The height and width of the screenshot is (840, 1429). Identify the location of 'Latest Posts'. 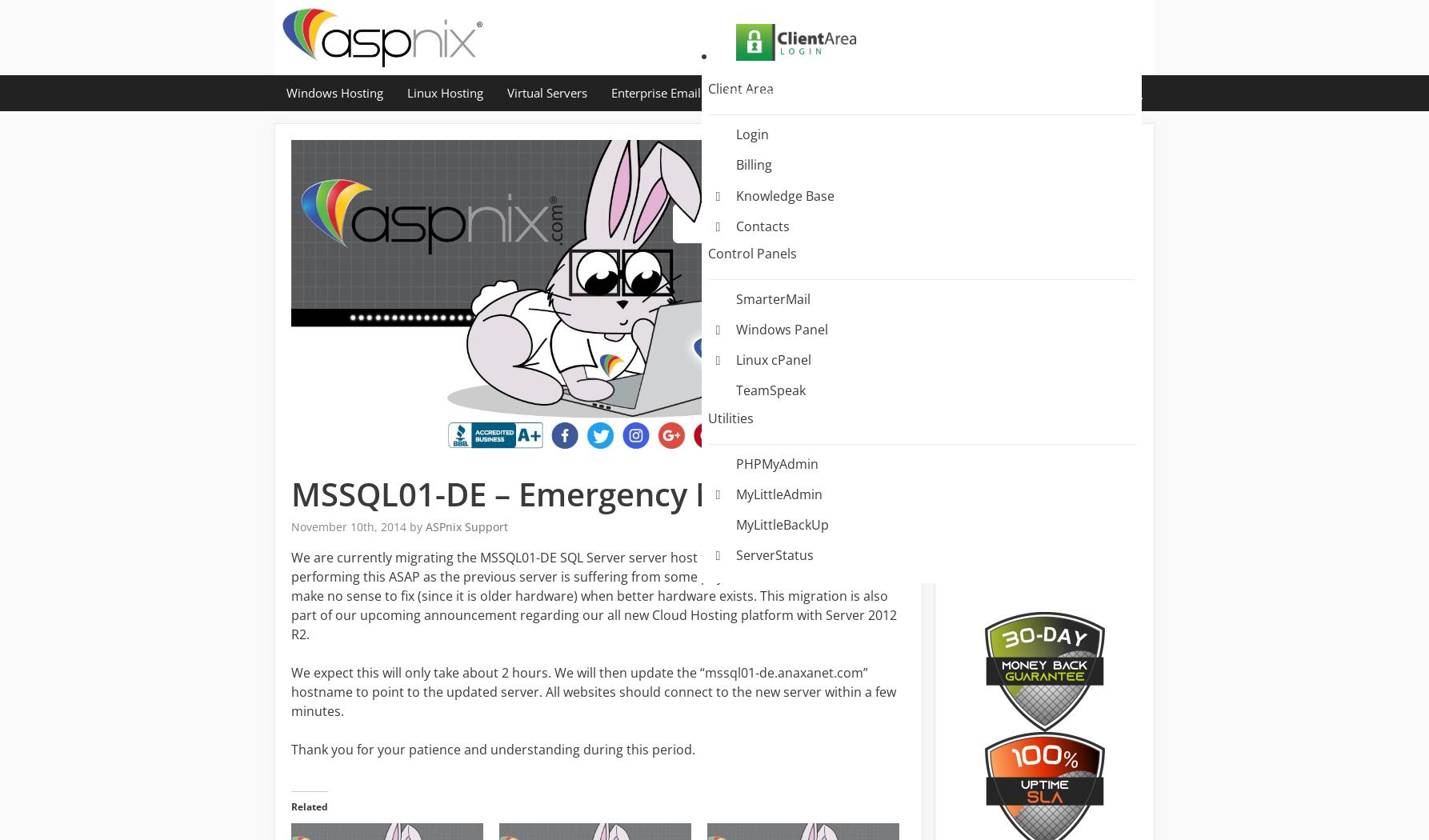
(1021, 264).